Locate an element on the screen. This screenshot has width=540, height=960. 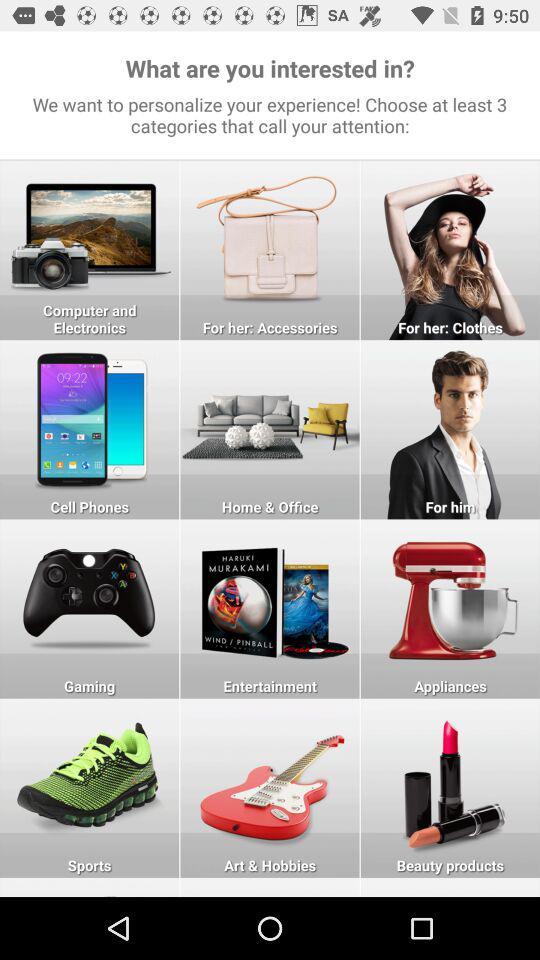
game symbol is located at coordinates (88, 608).